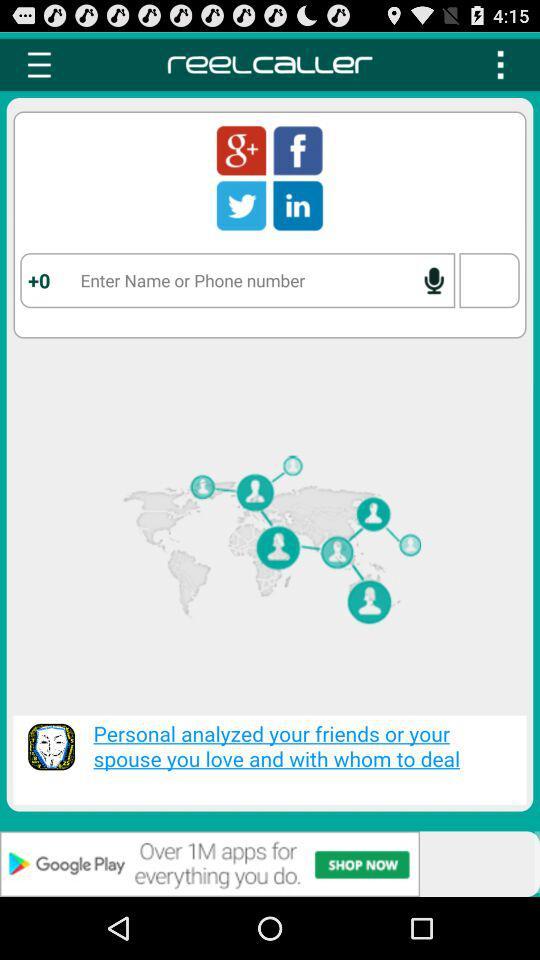 Image resolution: width=540 pixels, height=960 pixels. I want to click on the menu icon, so click(39, 69).